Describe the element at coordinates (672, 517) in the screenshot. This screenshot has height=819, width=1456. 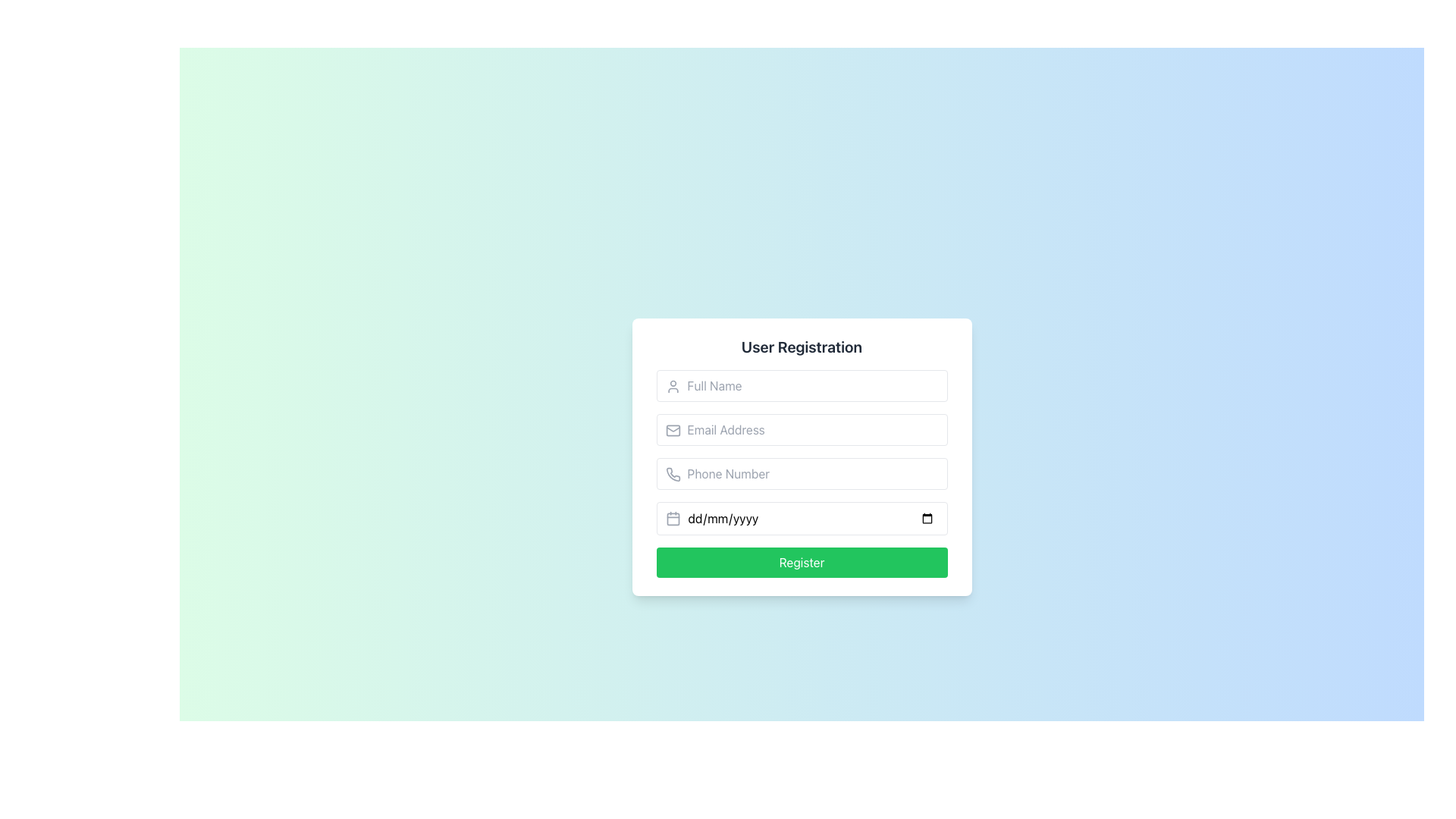
I see `the calendar icon located in the top-left corner of the date input field, which features a minimal design with gray outlines and vertical strokes representing month indicators` at that location.